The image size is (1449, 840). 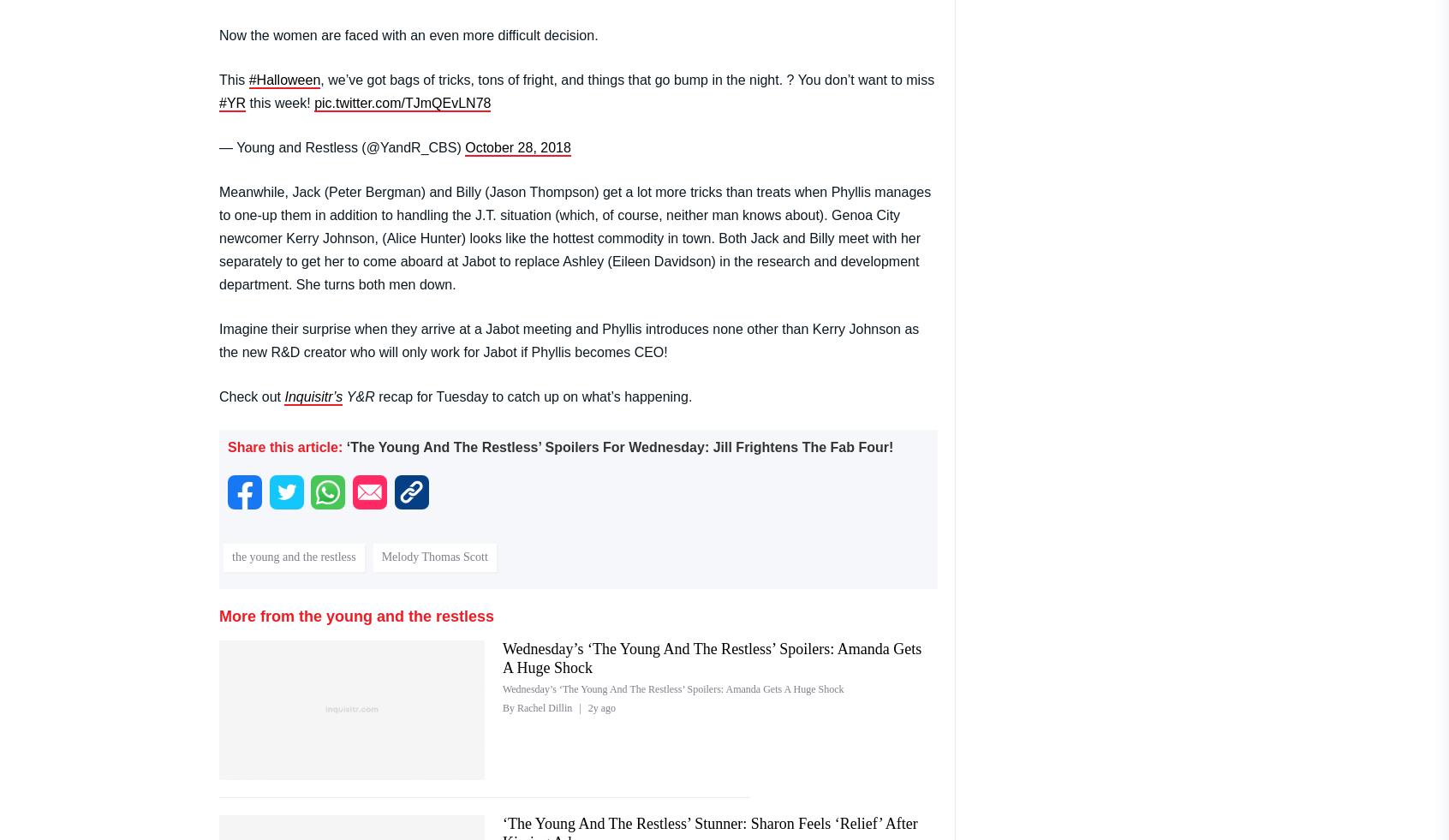 What do you see at coordinates (402, 101) in the screenshot?
I see `'pic.twitter.com/TJmQEvLN78'` at bounding box center [402, 101].